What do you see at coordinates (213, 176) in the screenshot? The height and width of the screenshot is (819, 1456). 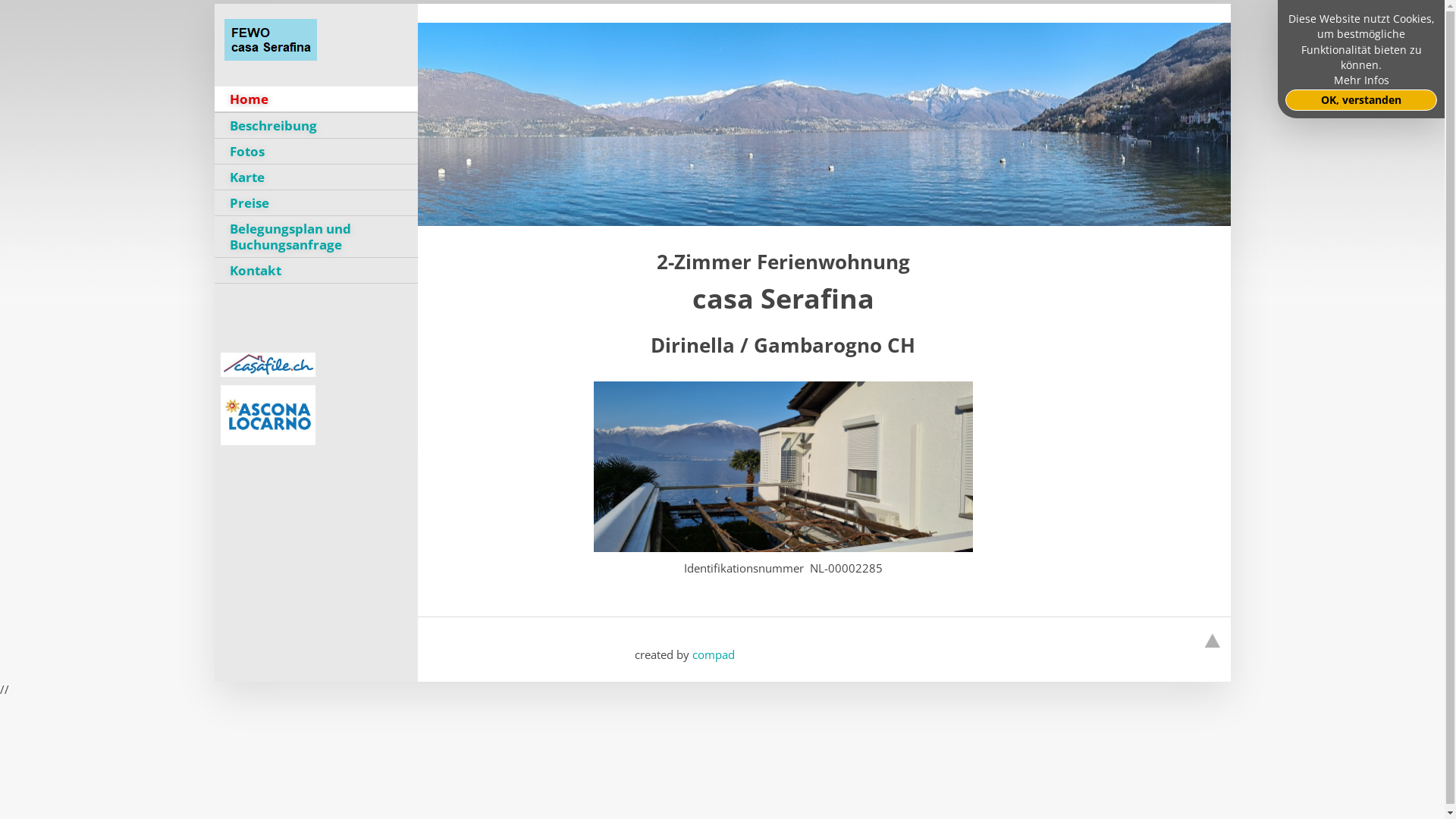 I see `'Karte'` at bounding box center [213, 176].